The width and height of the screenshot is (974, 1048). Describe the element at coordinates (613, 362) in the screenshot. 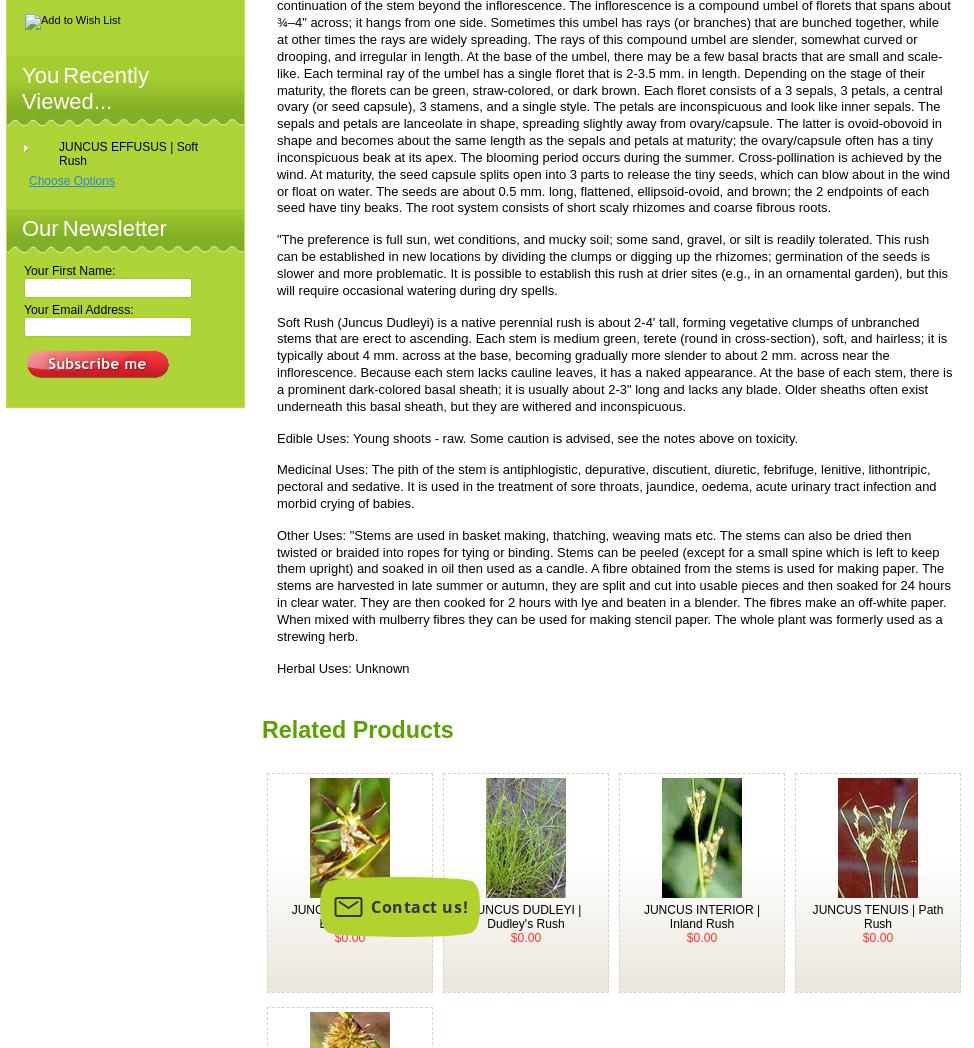

I see `'Soft Rush (Juncus Dudleyi) is a native perennial rush is about 2-4' tall, forming vegetative clumps of unbranched stems that are erect to ascending. Each stem is medium green, terete (round in cross-section), soft, and hairless; it is typically about 4 mm. across at the base, becoming gradually more slender to about 2 mm. across near the inflorescence. Because each stem lacks cauline leaves, it has a naked appearance. At the base of each stem, there is a prominent dark-colored basal sheath; it is usually about 2-3" long and lacks any blade. Older sheaths often exist underneath this basal sheath, but they are withered and inconspicuous.'` at that location.